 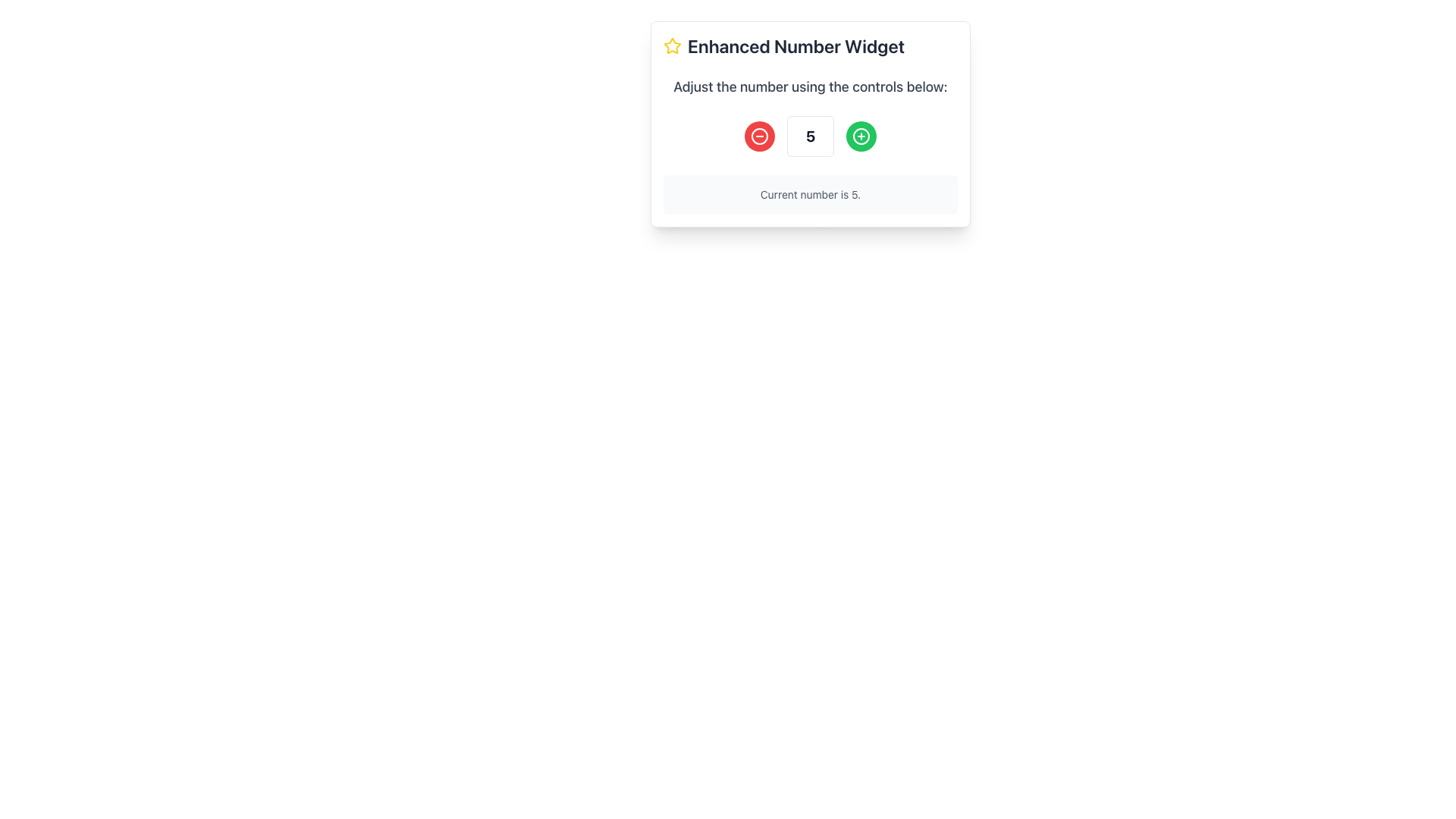 I want to click on the button that decreases the number value, located to the left of the number display '5', to observe the hover effect, so click(x=759, y=136).